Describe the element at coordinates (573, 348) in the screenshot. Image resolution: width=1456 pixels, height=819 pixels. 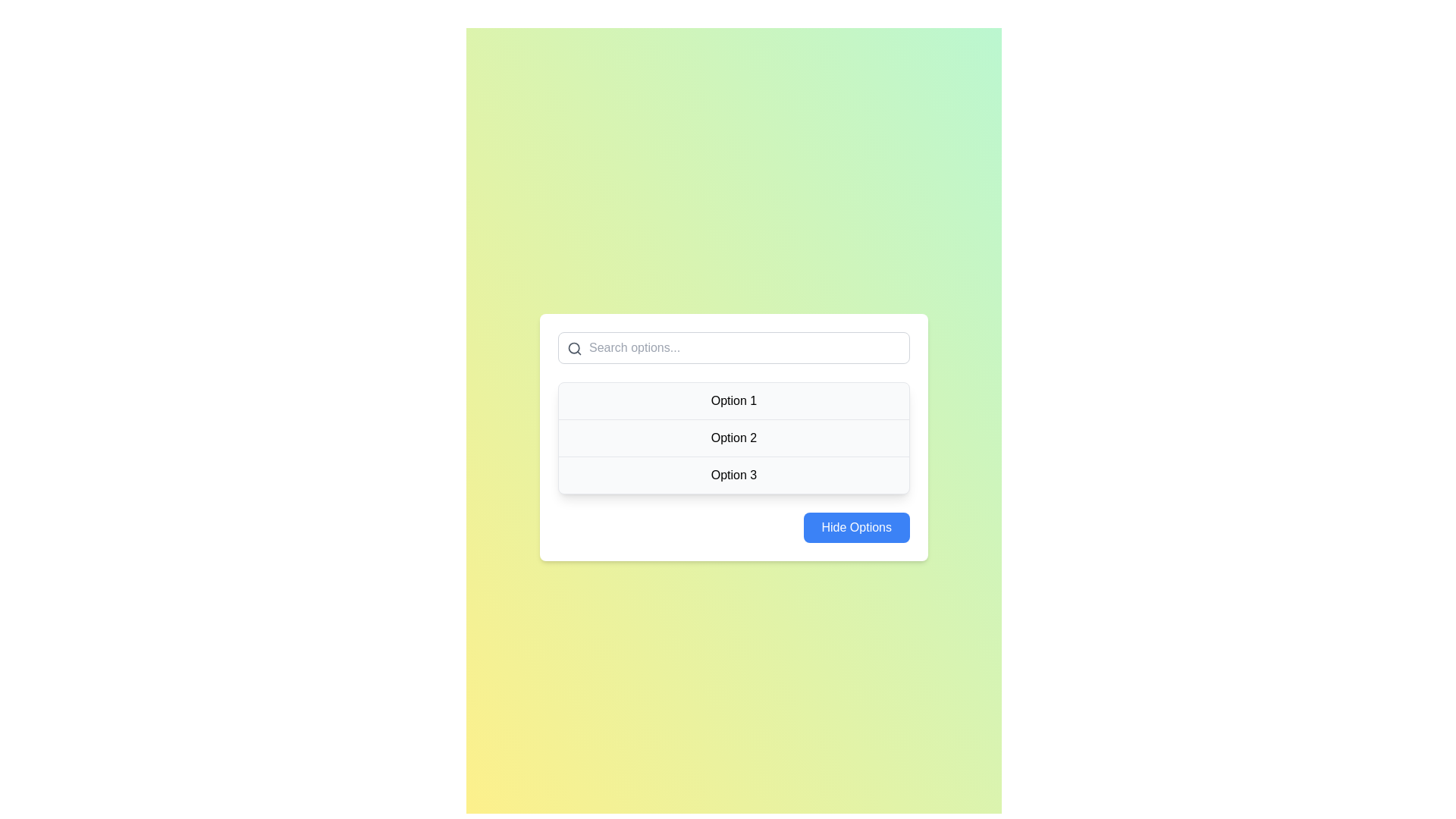
I see `the circular outline of the search-related SVG icon, which resembles a magnifying glass, located to the left of the search input field` at that location.